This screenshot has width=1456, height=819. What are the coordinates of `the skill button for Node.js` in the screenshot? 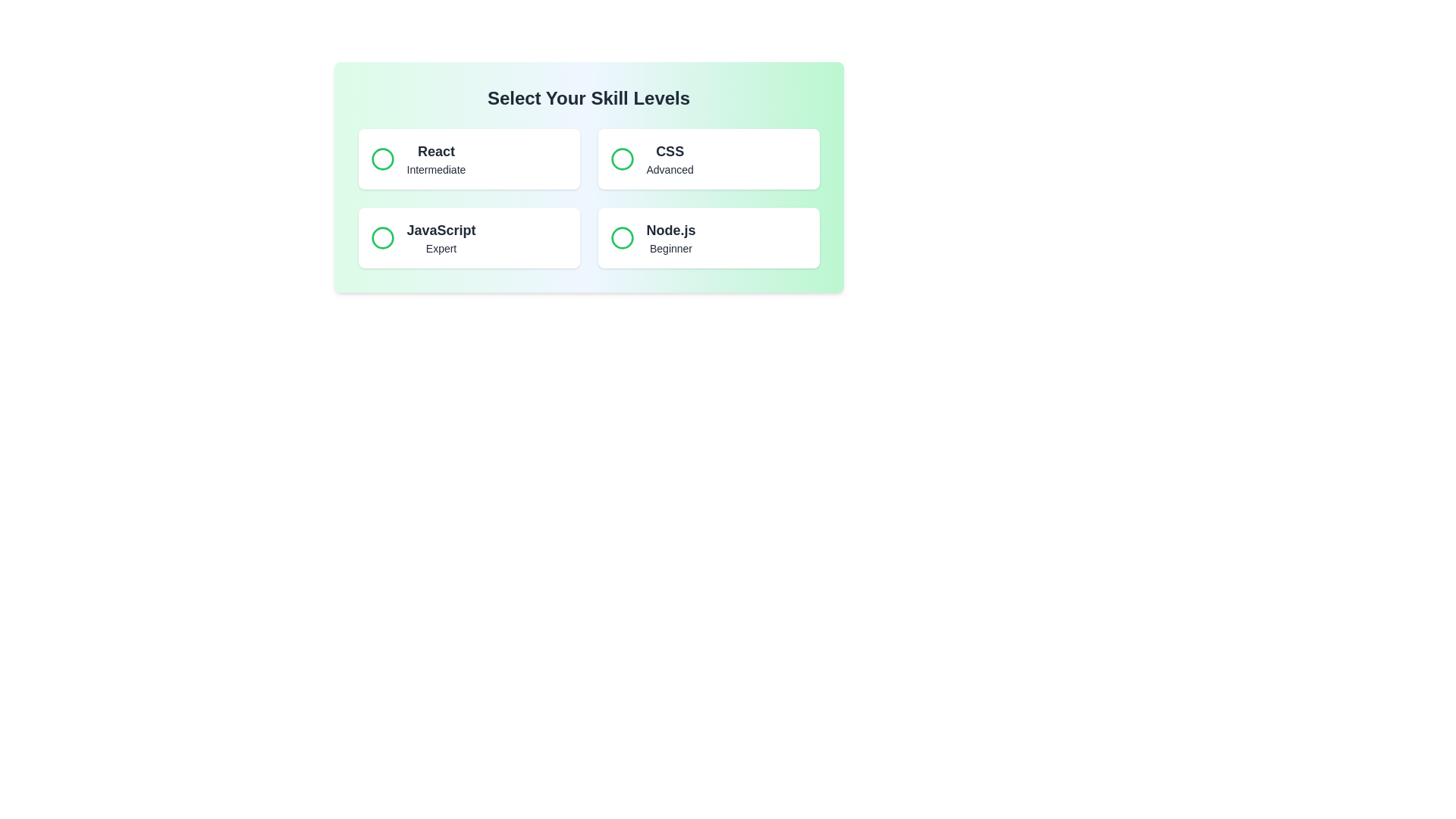 It's located at (708, 237).